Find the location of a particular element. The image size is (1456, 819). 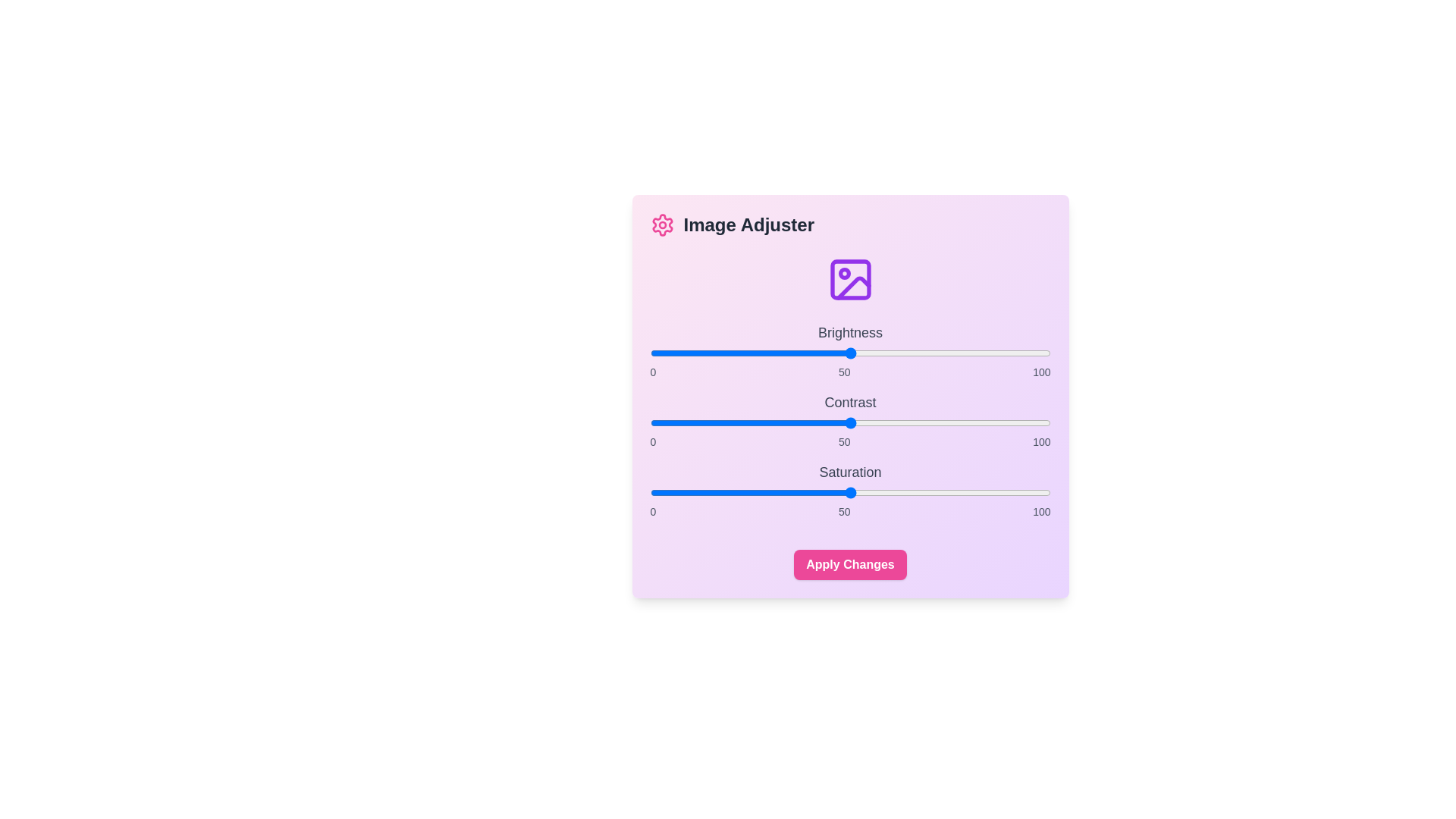

'Apply Changes' button to apply the current settings is located at coordinates (850, 564).